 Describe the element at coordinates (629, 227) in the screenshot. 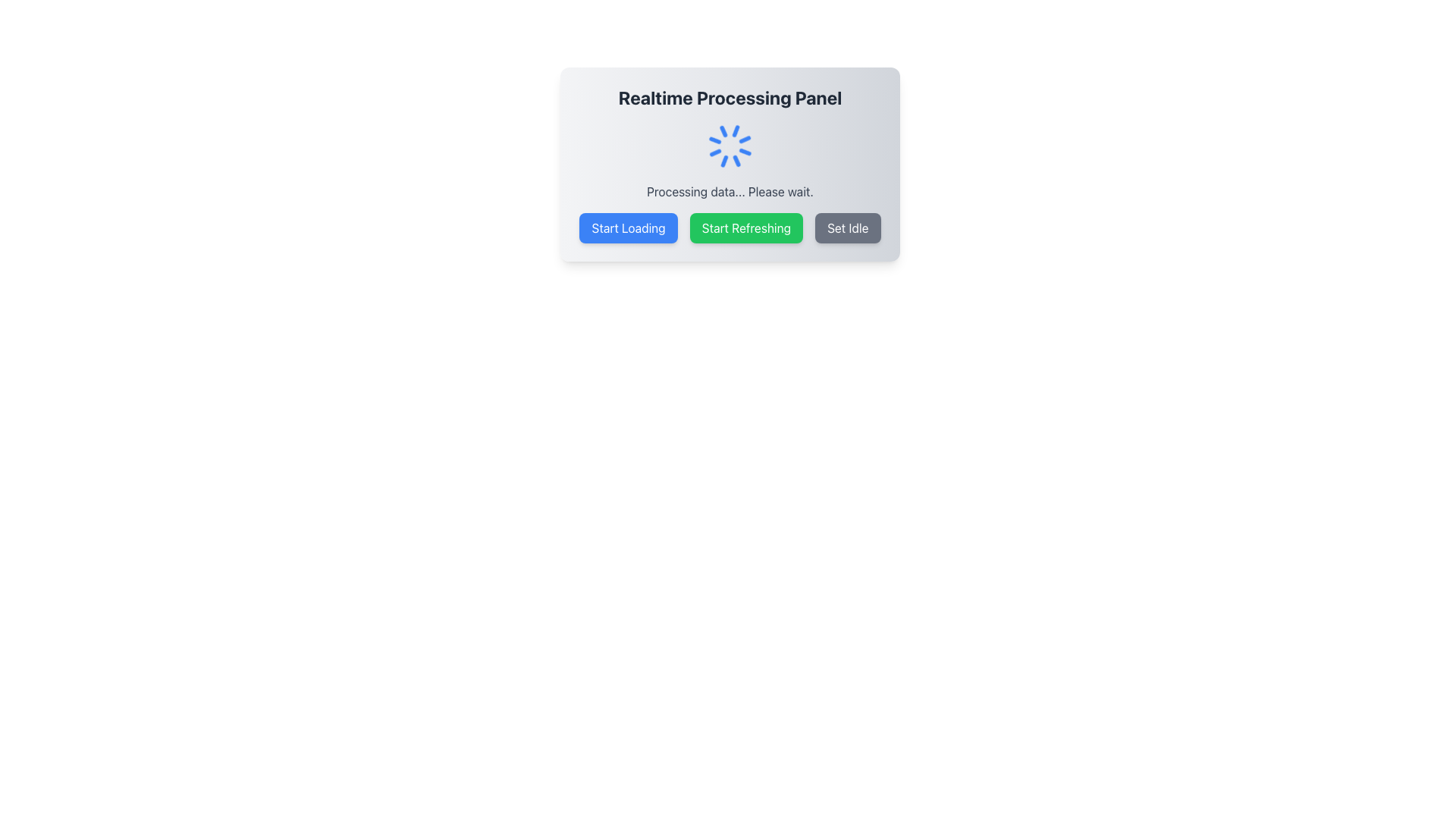

I see `the loading button, which is the first of three horizontally aligned buttons` at that location.